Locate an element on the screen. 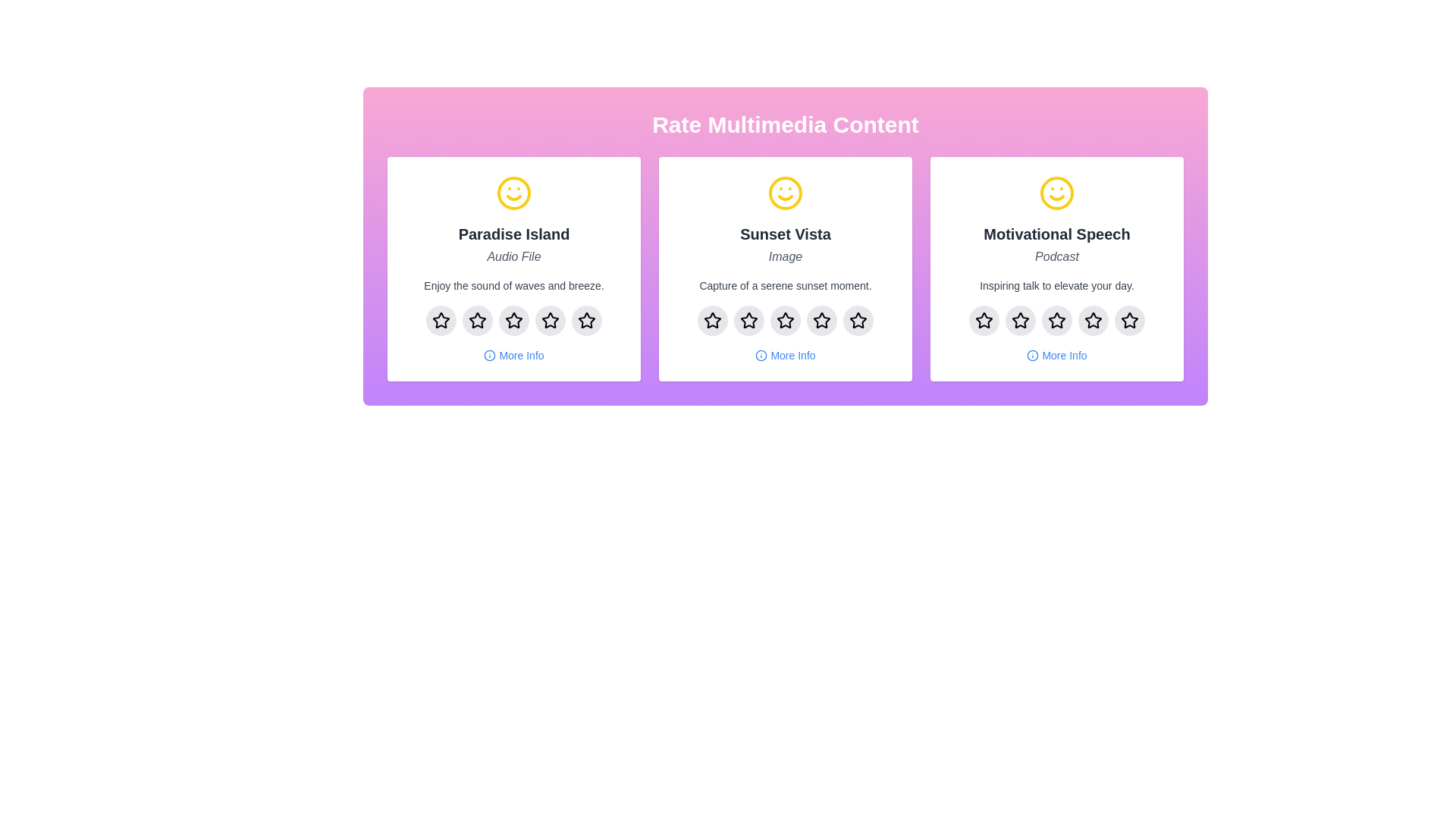  'More Info' button for the multimedia item with the title Sunset Vista is located at coordinates (786, 356).